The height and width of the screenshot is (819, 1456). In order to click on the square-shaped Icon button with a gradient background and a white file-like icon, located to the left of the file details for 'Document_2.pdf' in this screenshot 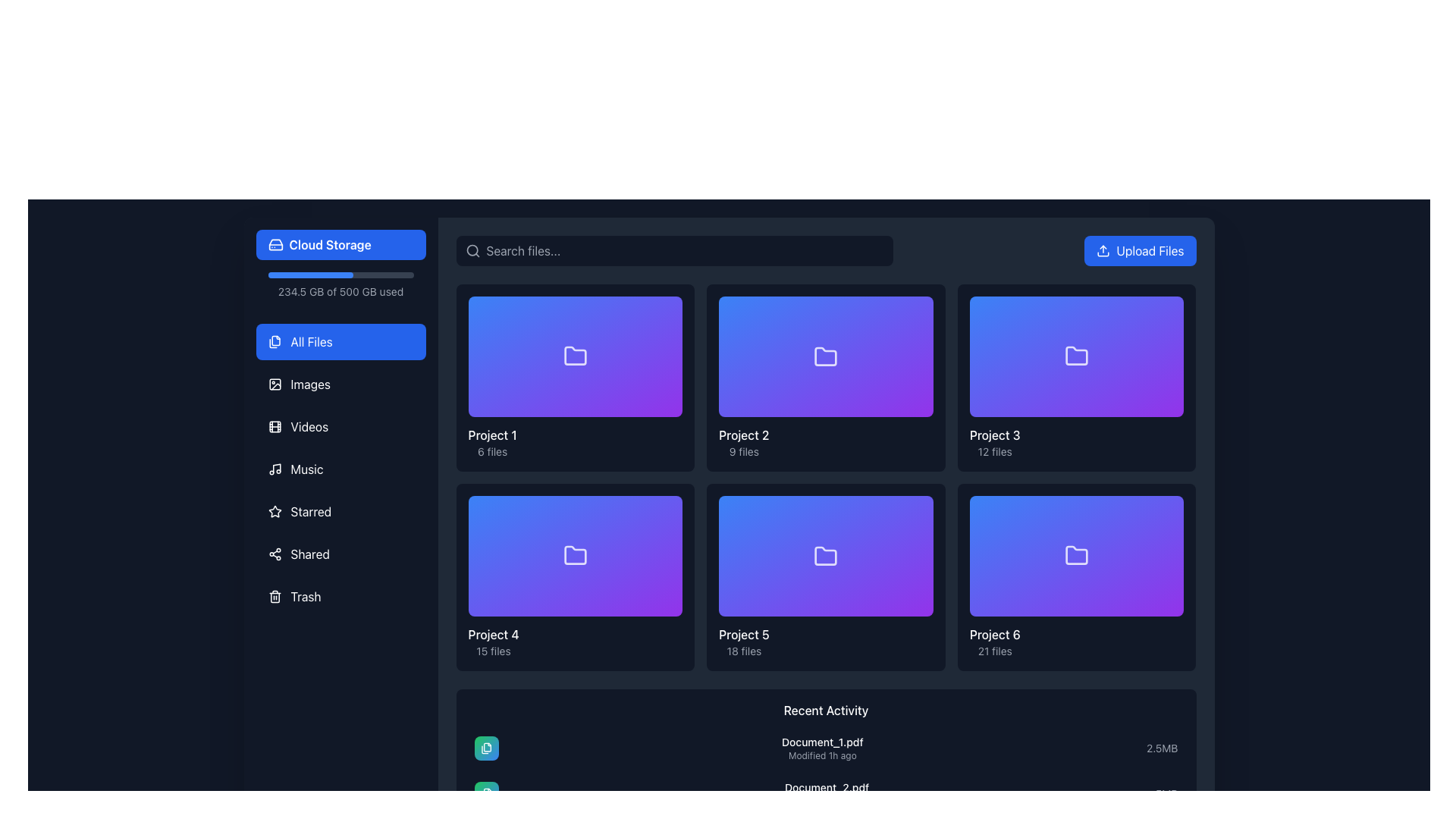, I will do `click(486, 792)`.